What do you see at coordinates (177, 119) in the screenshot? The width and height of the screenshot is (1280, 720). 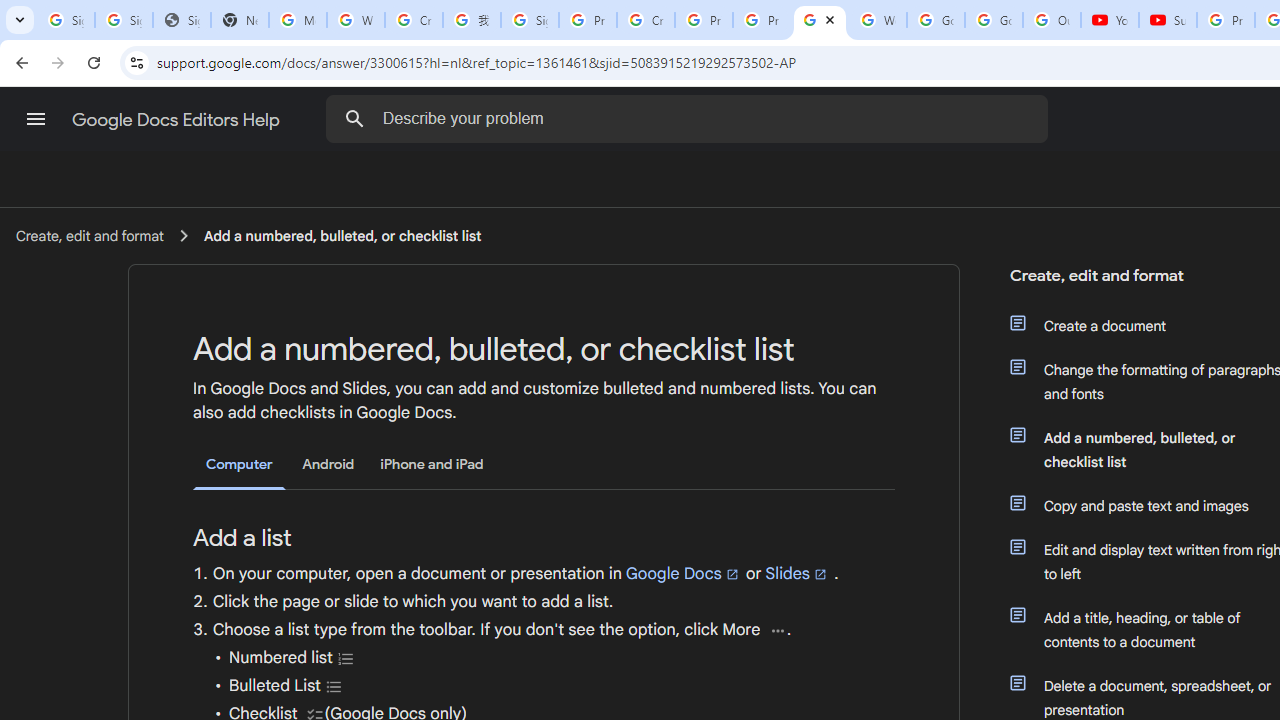 I see `'Google Docs Editors Help'` at bounding box center [177, 119].